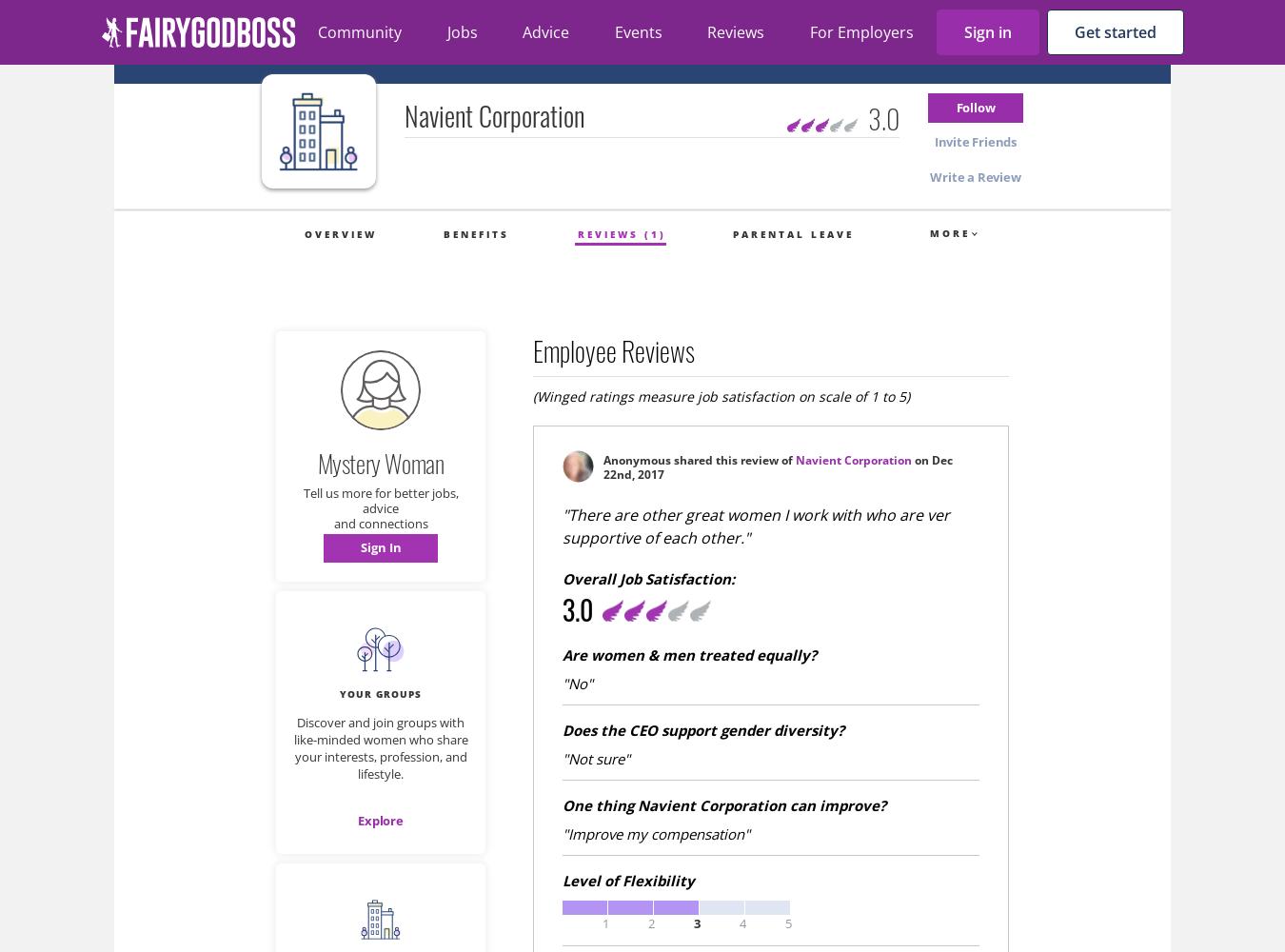 This screenshot has width=1285, height=952. I want to click on 'Reviews', so click(735, 32).